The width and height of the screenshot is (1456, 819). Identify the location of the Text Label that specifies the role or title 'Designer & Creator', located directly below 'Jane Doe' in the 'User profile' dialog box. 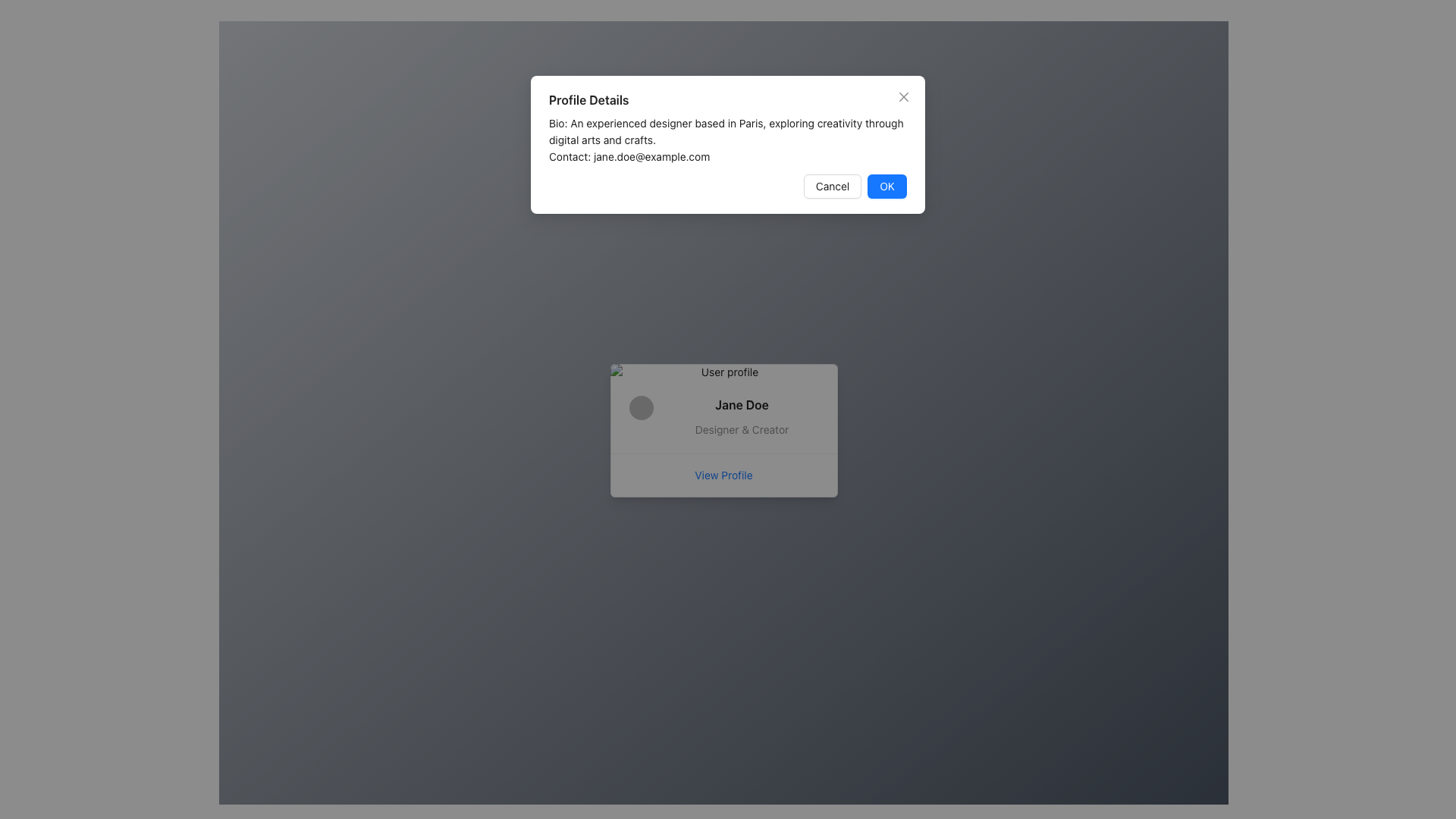
(742, 429).